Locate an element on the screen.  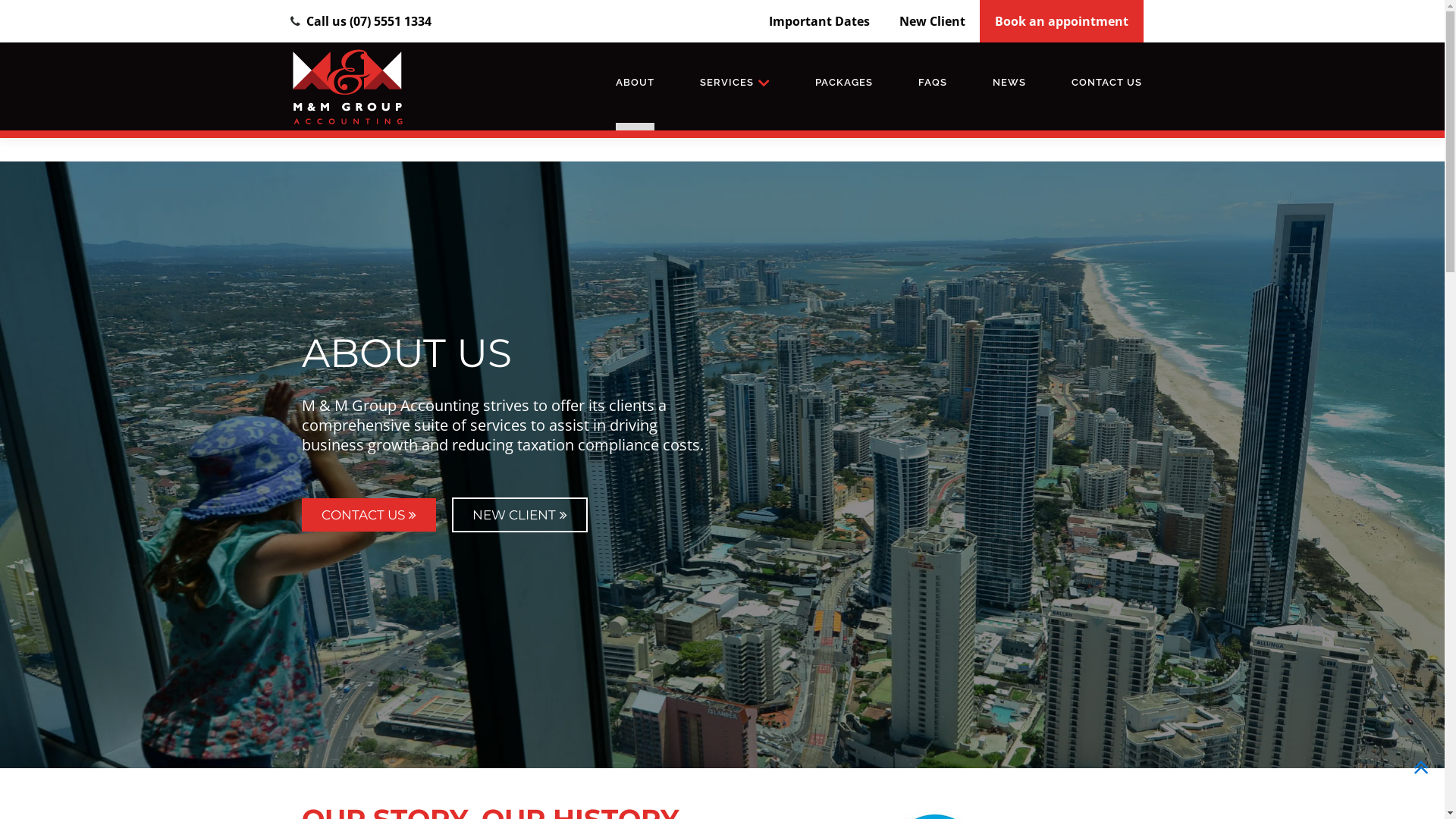
'New Client' is located at coordinates (931, 20).